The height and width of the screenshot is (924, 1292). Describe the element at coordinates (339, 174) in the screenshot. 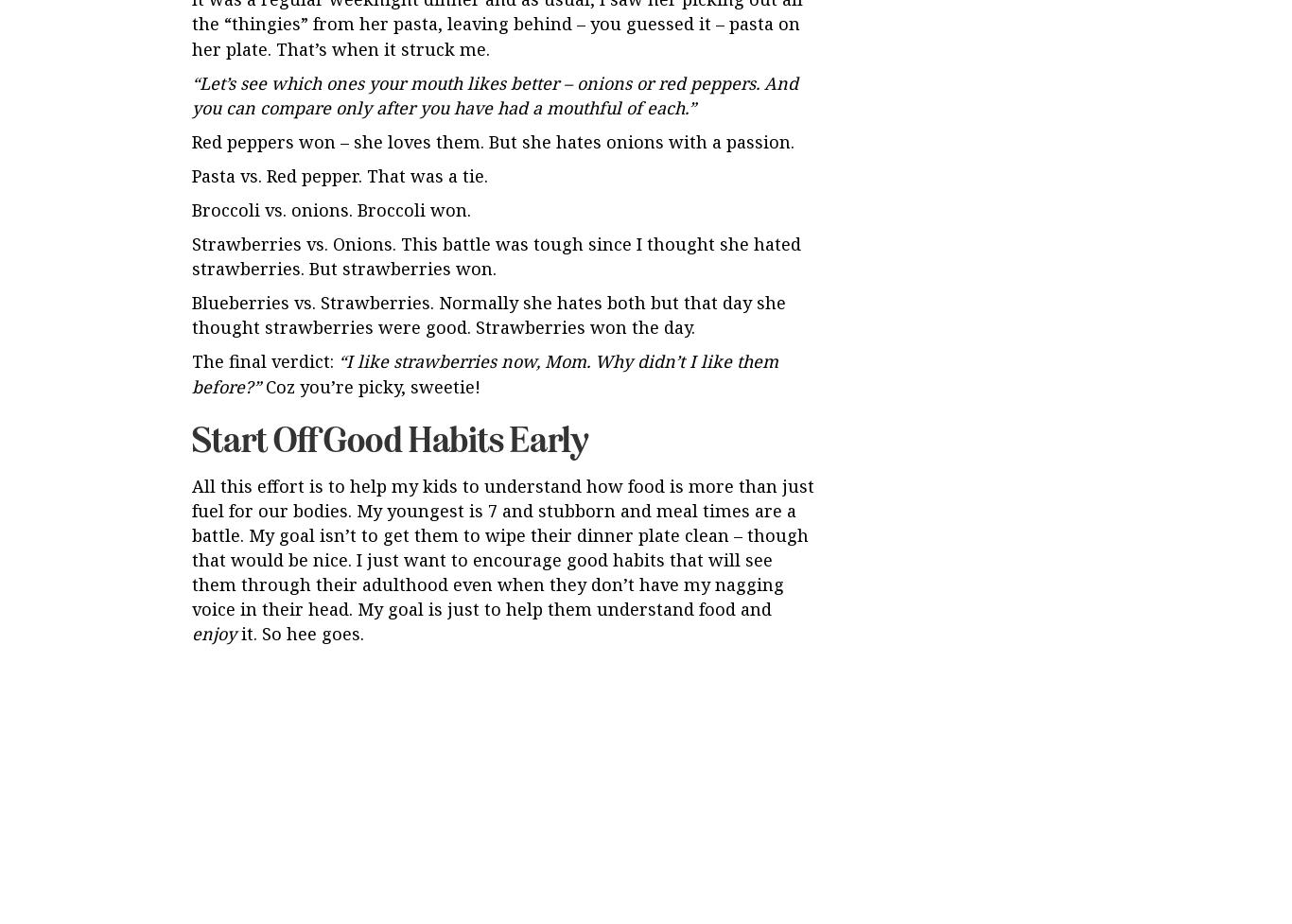

I see `'Pasta vs. Red pepper. That was a tie.'` at that location.